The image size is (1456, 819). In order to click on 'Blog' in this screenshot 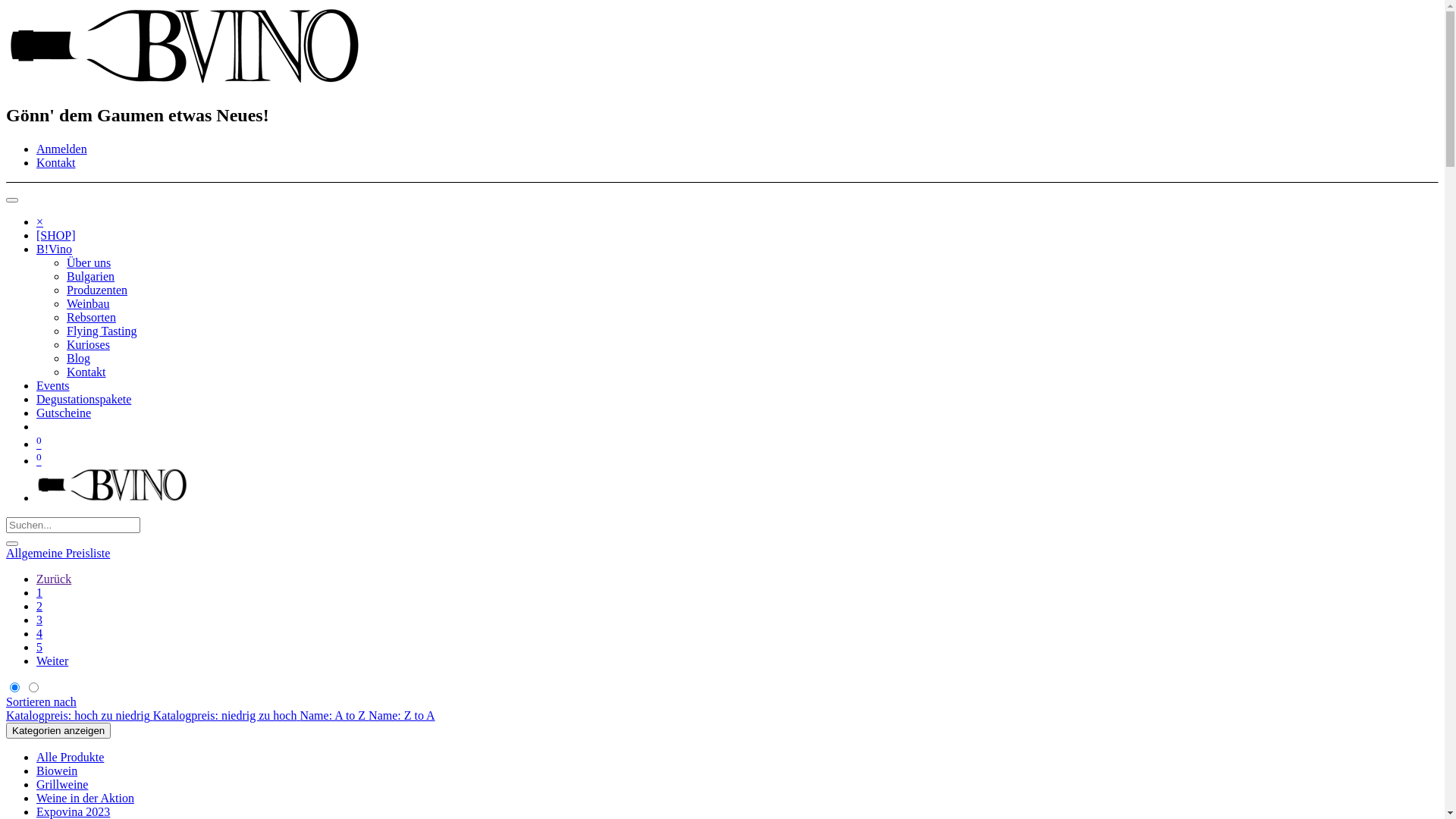, I will do `click(77, 358)`.